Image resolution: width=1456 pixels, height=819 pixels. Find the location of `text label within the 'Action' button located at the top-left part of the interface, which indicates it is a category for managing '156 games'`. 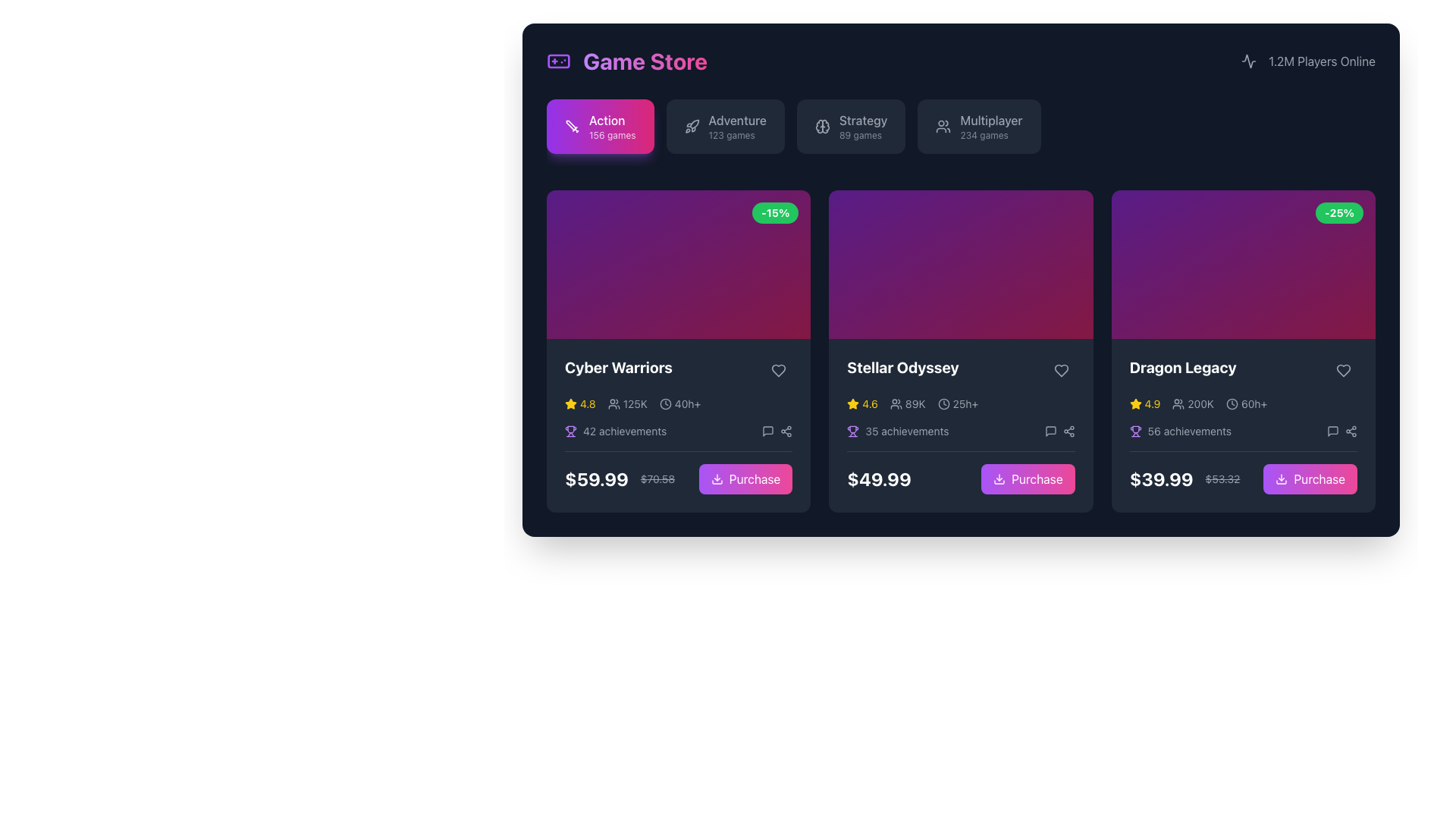

text label within the 'Action' button located at the top-left part of the interface, which indicates it is a category for managing '156 games' is located at coordinates (612, 125).